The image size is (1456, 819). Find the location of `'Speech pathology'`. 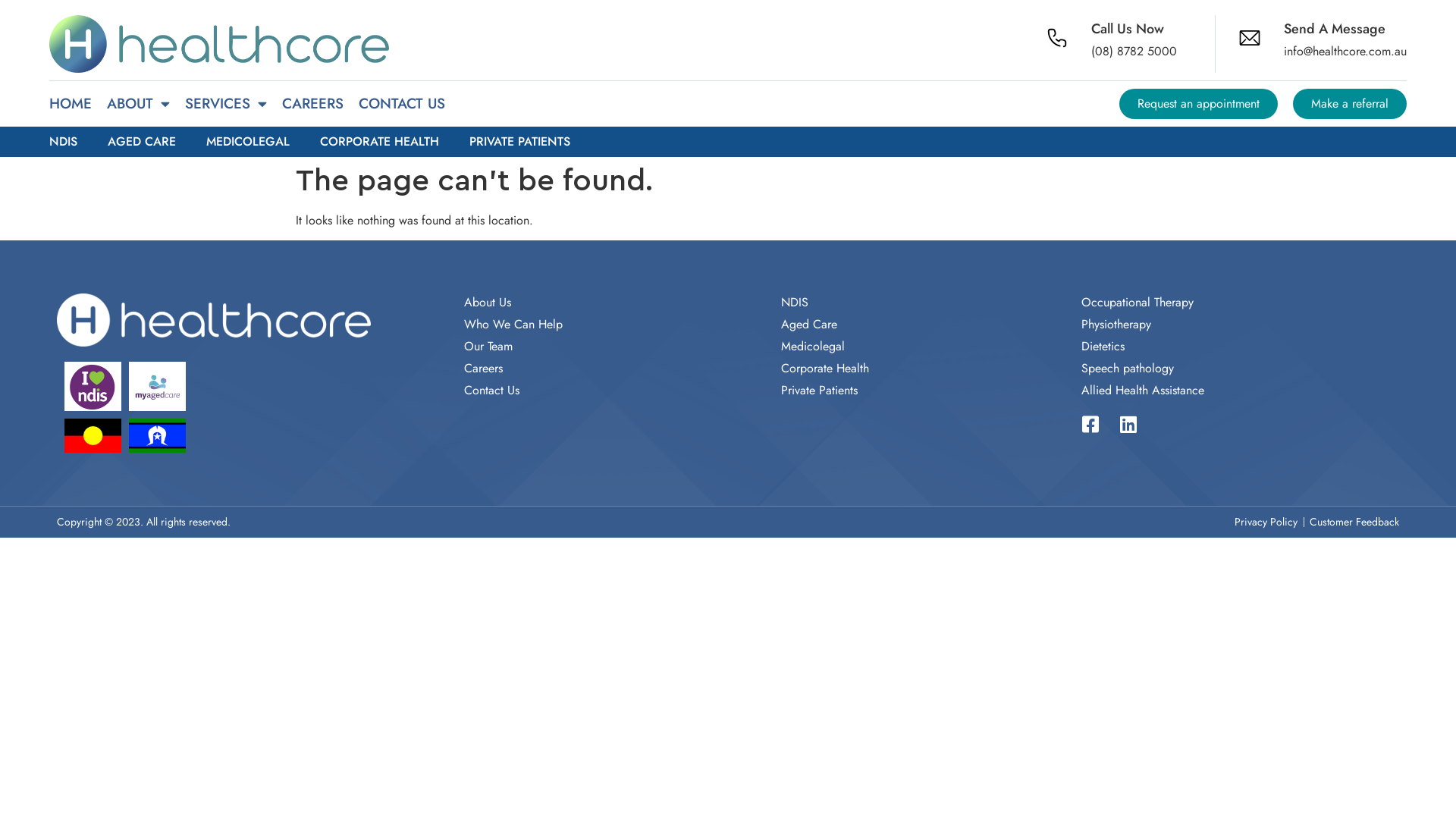

'Speech pathology' is located at coordinates (1128, 369).